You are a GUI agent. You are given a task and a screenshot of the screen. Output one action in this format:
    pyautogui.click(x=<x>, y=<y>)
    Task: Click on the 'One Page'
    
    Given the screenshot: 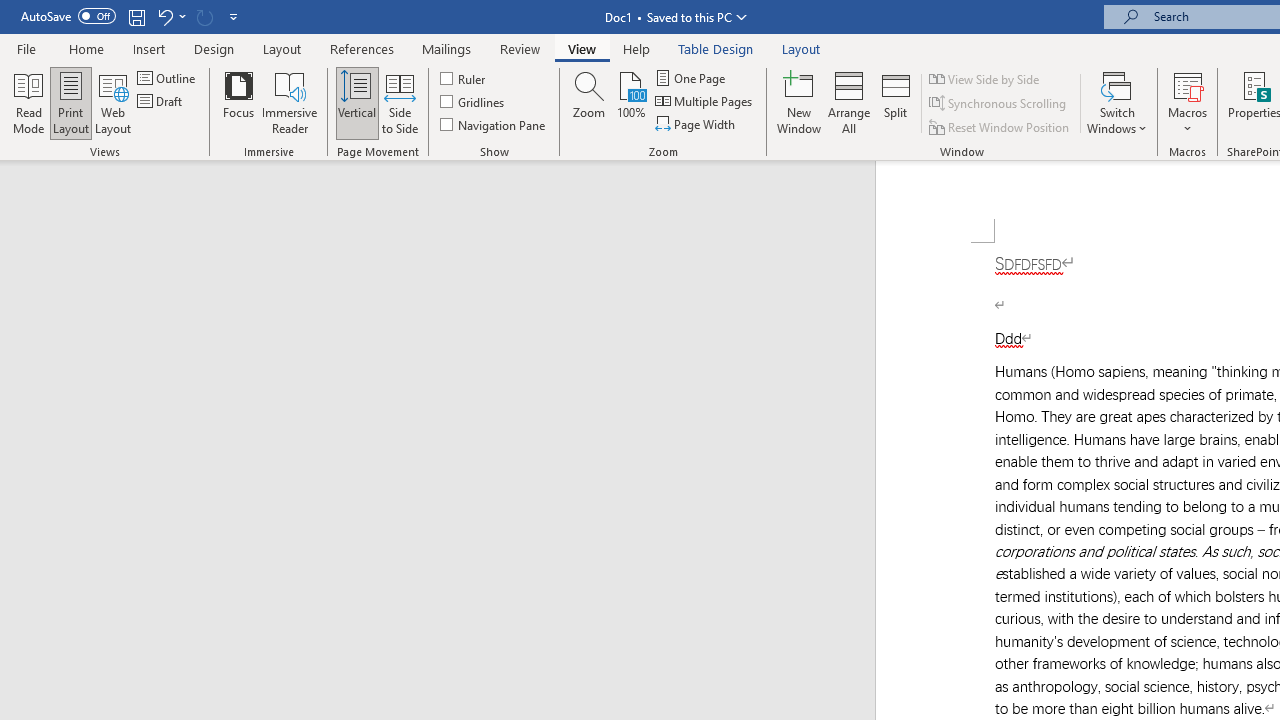 What is the action you would take?
    pyautogui.click(x=691, y=77)
    